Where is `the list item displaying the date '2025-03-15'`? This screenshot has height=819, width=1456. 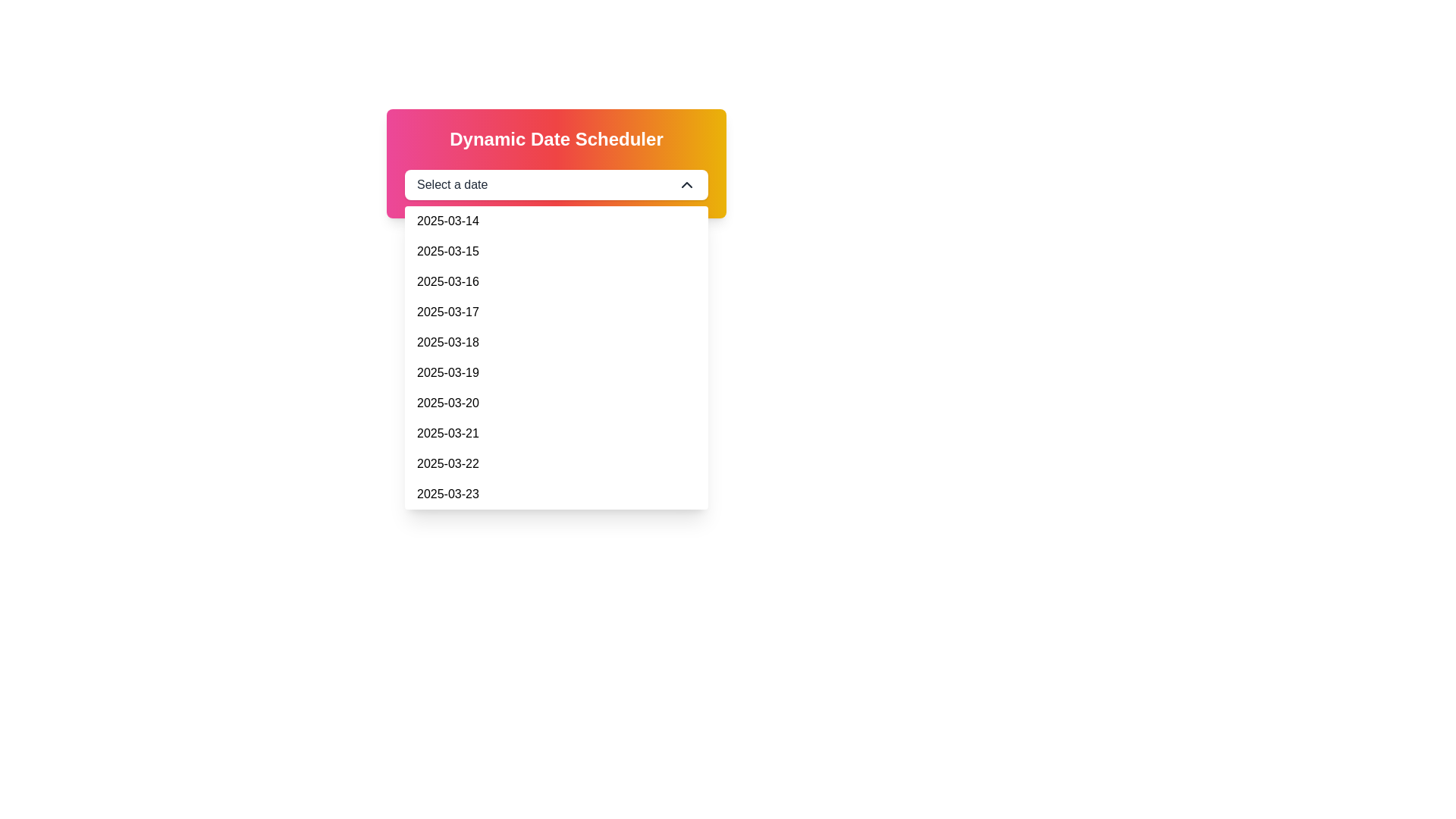 the list item displaying the date '2025-03-15' is located at coordinates (556, 250).